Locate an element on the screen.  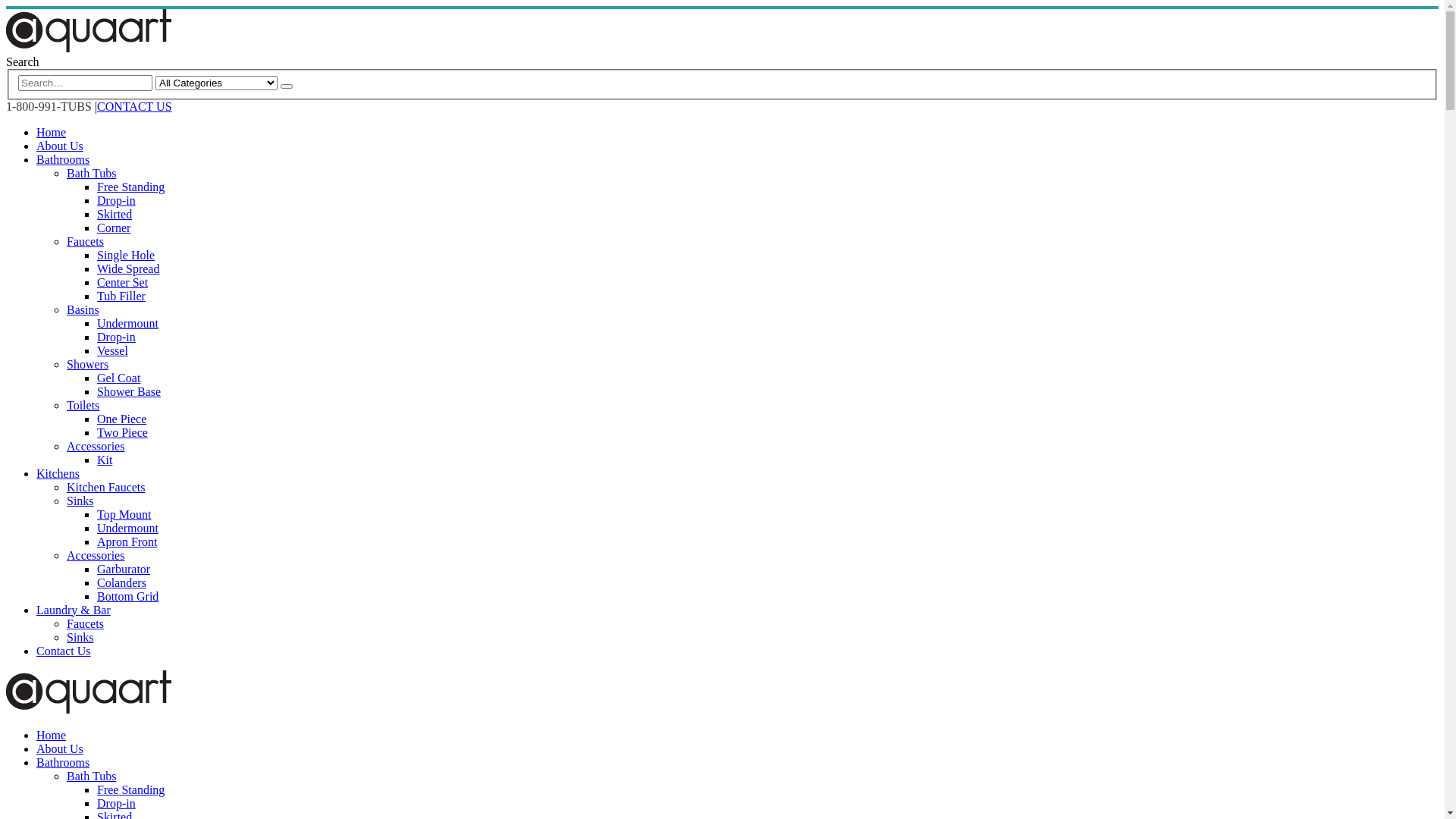
'AquaArt - ' is located at coordinates (87, 47).